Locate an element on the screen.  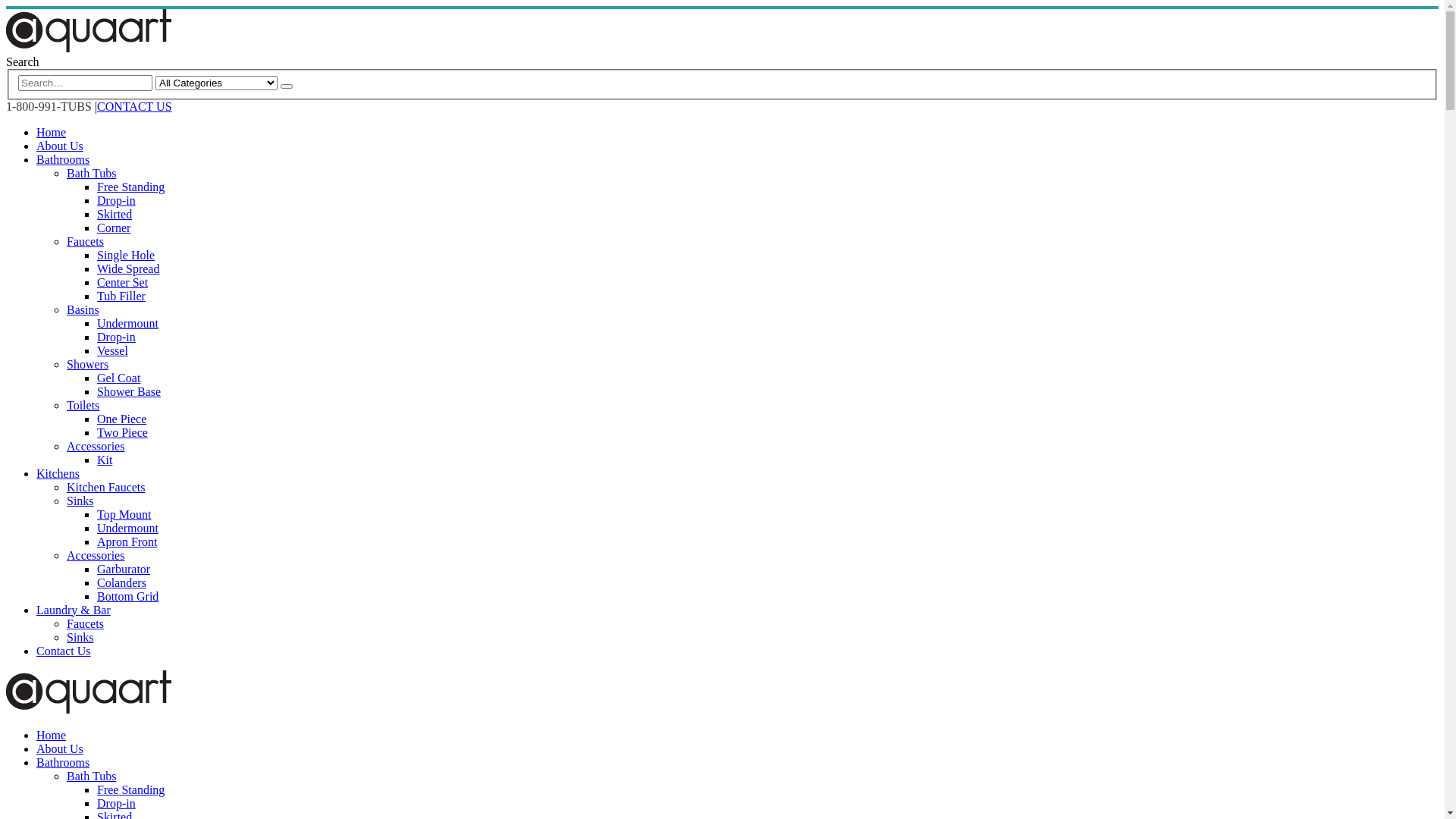
'AquaArt - ' is located at coordinates (87, 47).